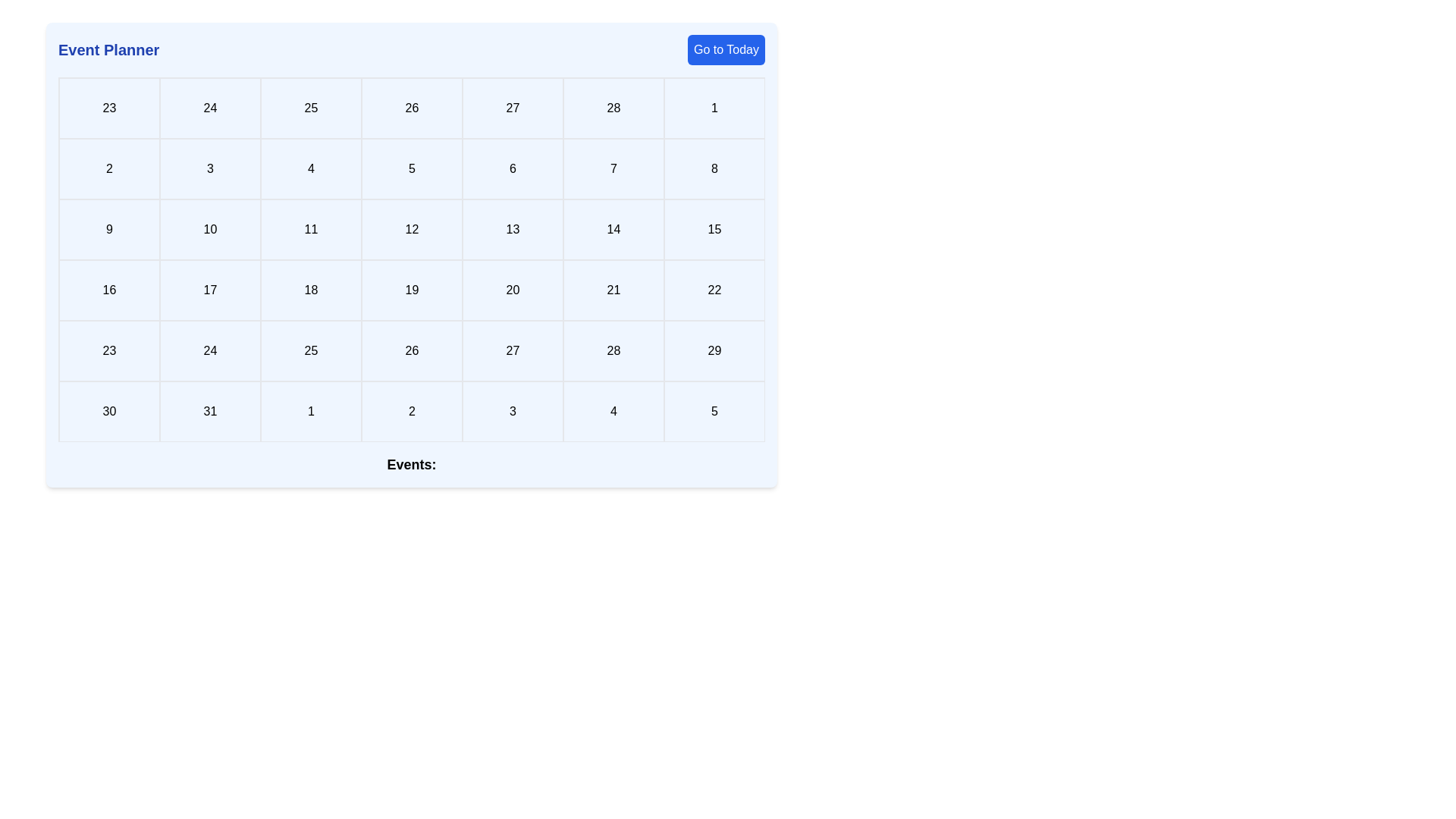 The height and width of the screenshot is (819, 1456). I want to click on the light blue square-shaped button containing the number '25', so click(310, 107).